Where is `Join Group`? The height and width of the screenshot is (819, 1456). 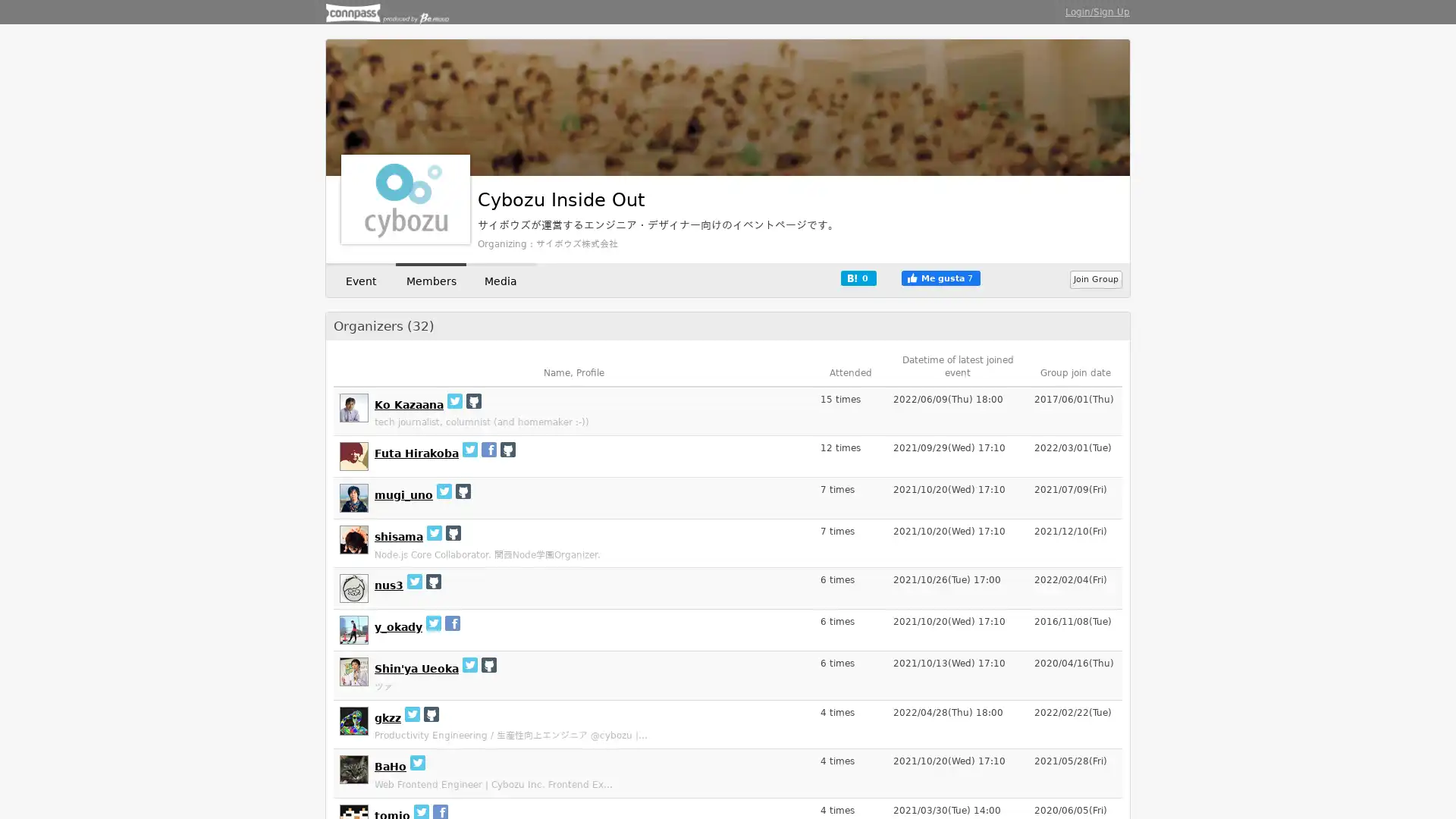
Join Group is located at coordinates (1096, 278).